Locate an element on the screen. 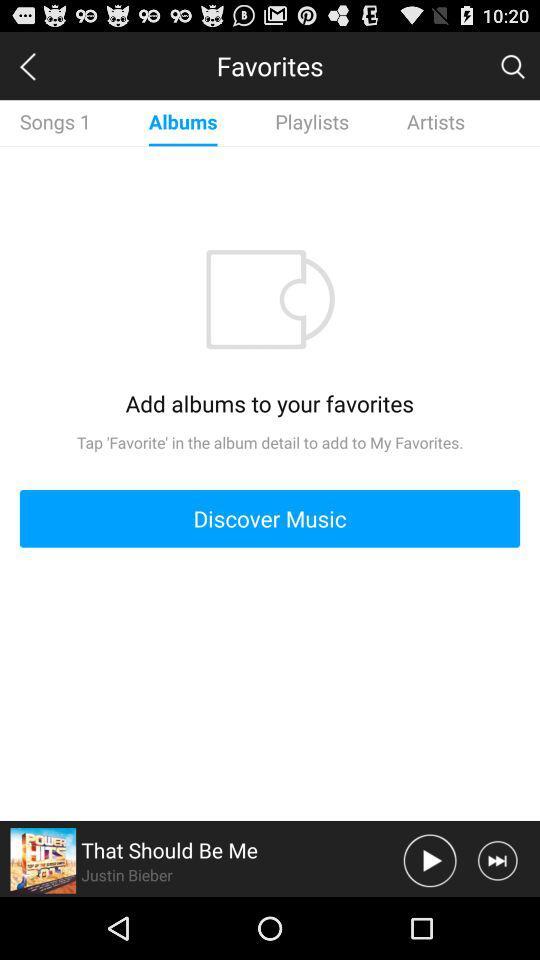  the search icon is located at coordinates (512, 70).